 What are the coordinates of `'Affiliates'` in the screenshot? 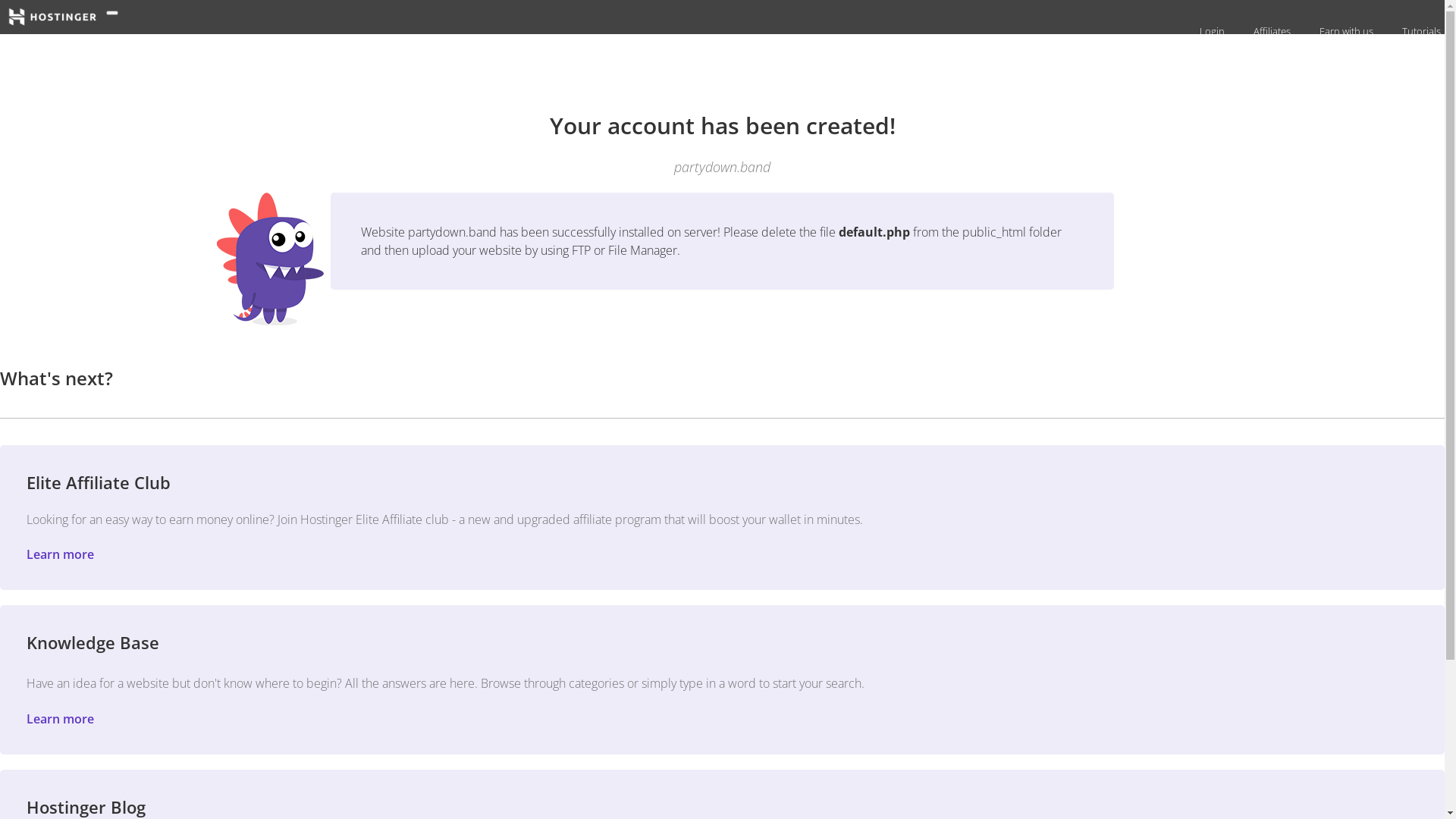 It's located at (1245, 31).